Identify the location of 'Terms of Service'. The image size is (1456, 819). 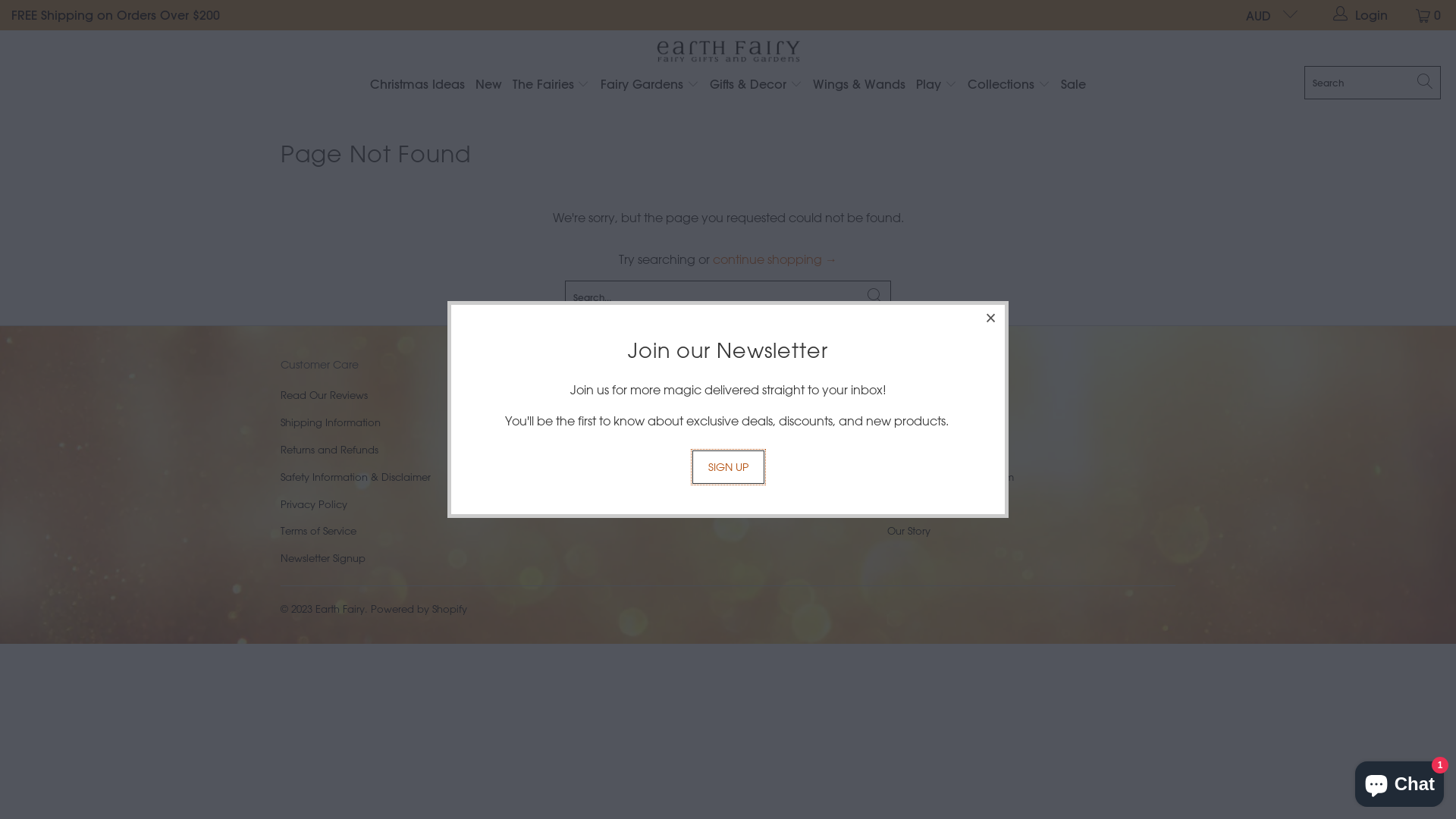
(318, 529).